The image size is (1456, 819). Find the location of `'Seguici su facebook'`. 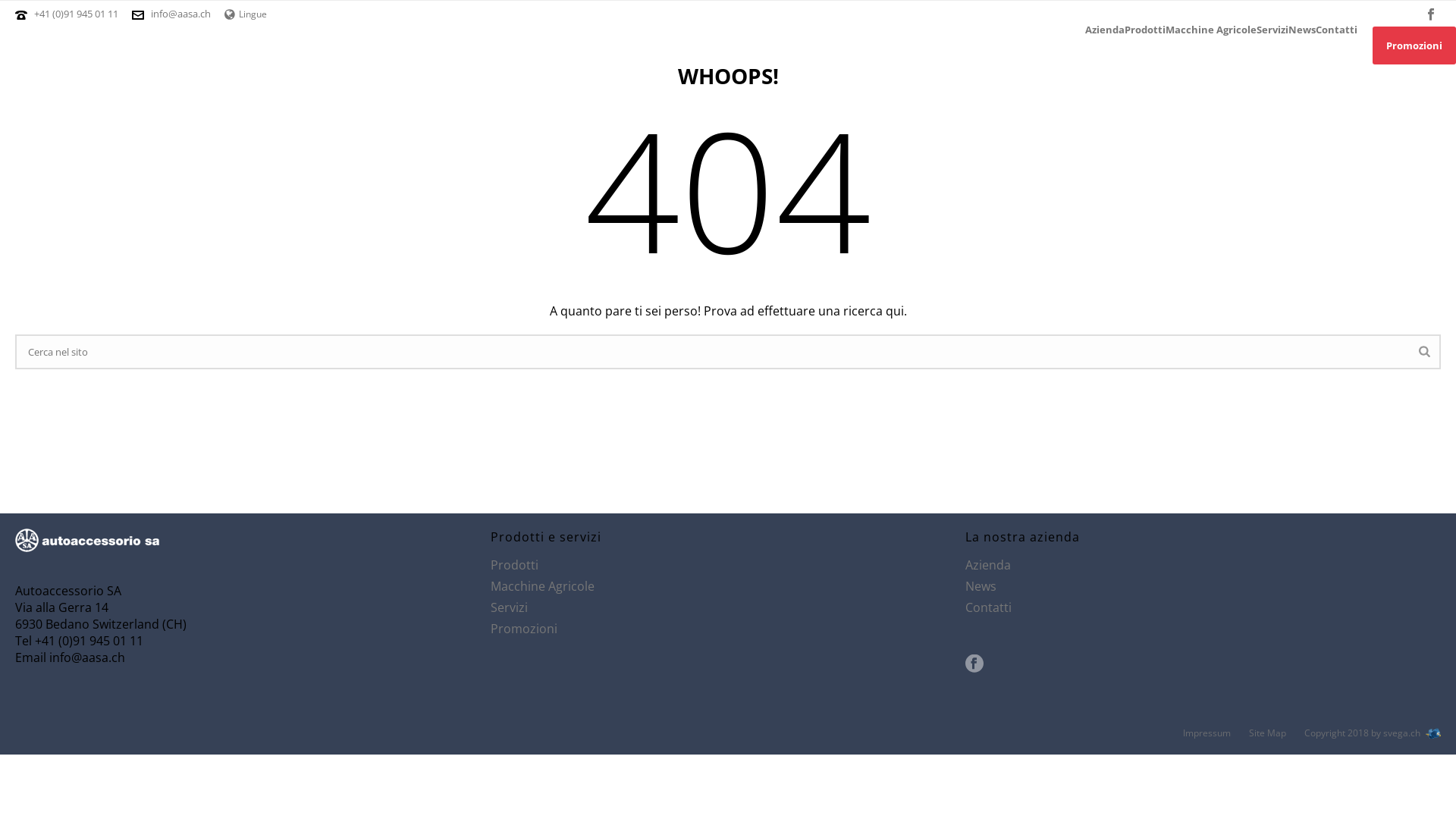

'Seguici su facebook' is located at coordinates (974, 663).